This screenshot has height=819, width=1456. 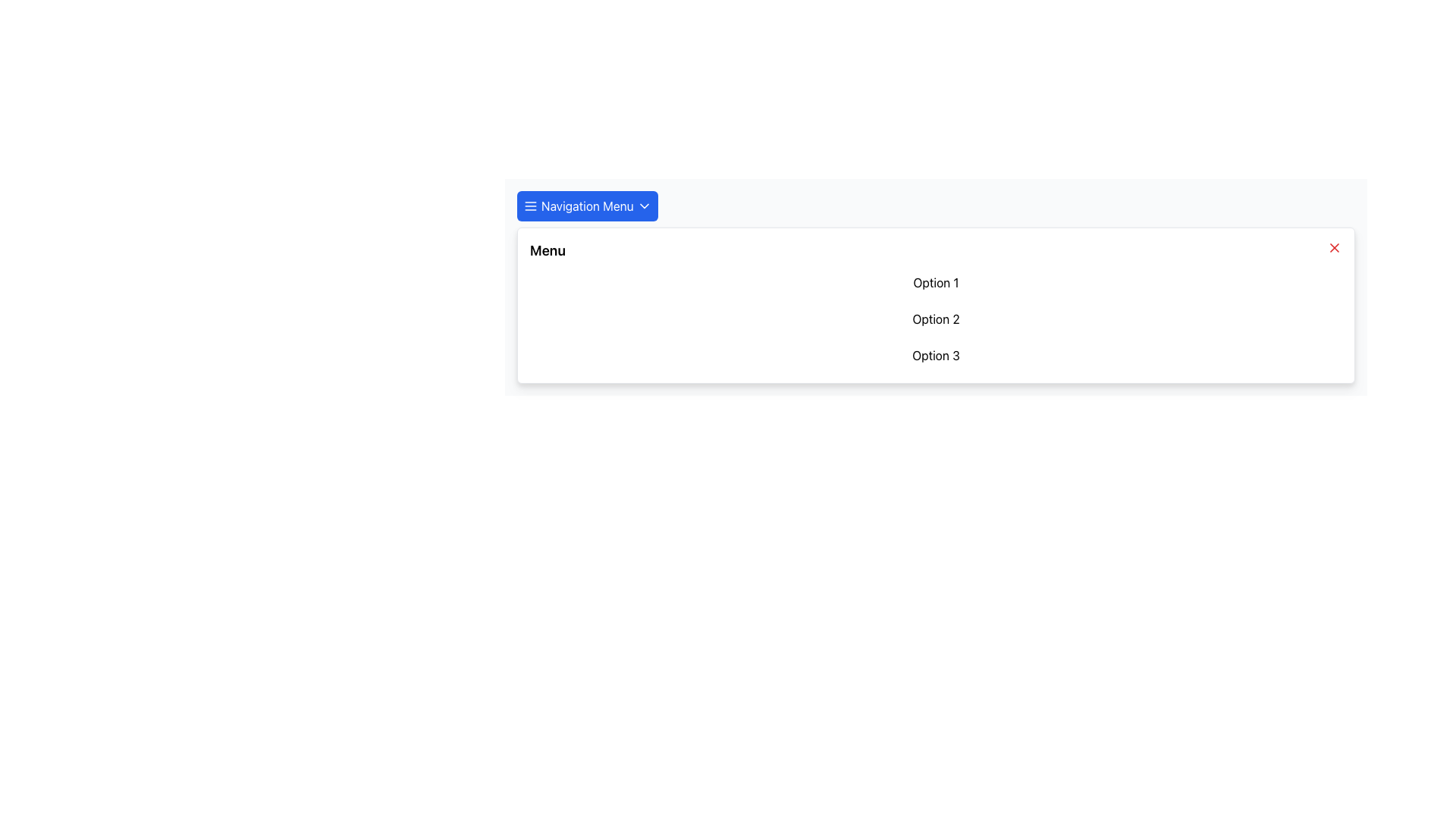 What do you see at coordinates (935, 318) in the screenshot?
I see `the 'Option 2' text button, which is the middle item in a vertical list of three options, displaying a hover effect with a light blue background` at bounding box center [935, 318].